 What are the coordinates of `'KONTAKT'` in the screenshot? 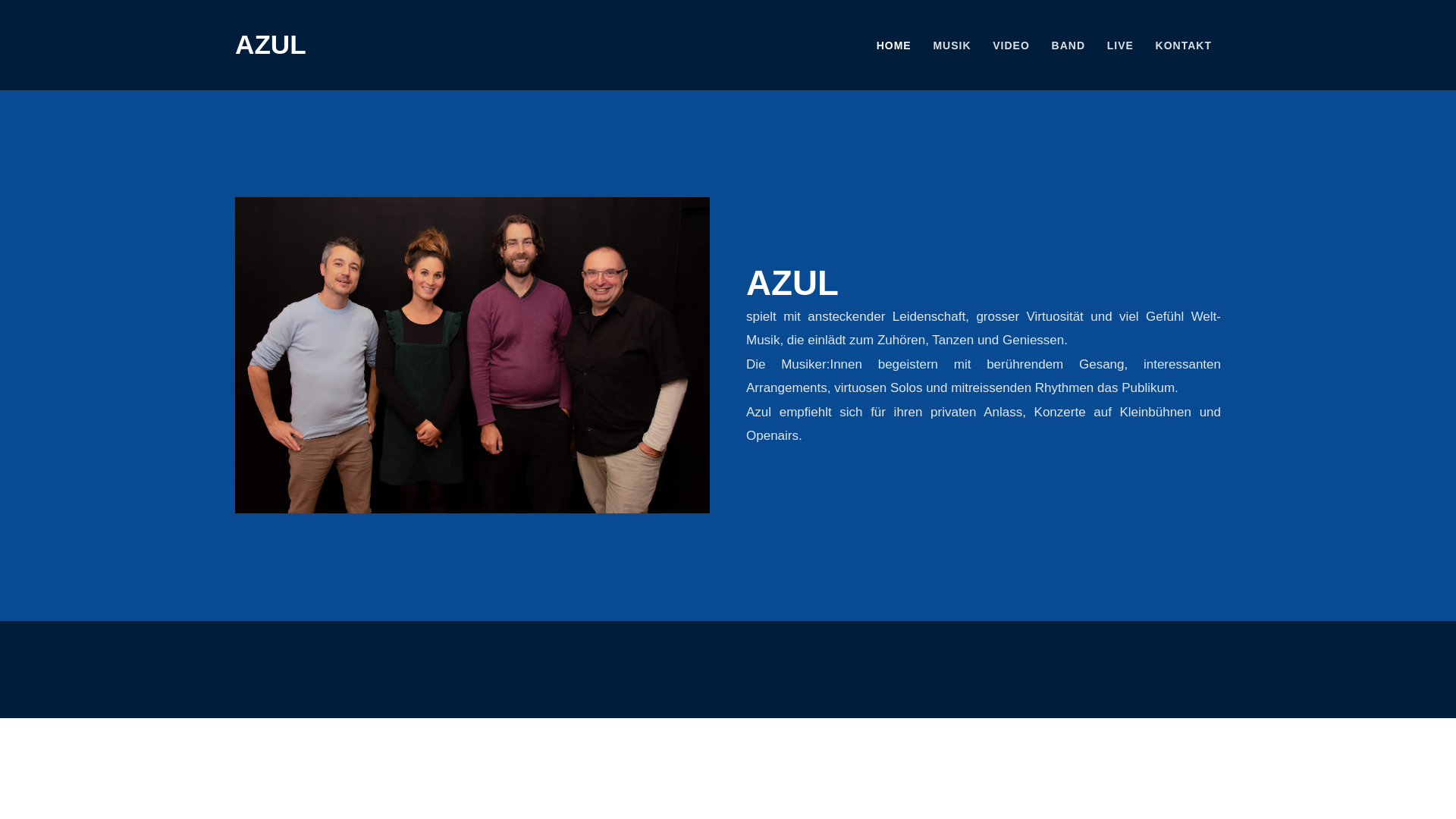 It's located at (1147, 45).